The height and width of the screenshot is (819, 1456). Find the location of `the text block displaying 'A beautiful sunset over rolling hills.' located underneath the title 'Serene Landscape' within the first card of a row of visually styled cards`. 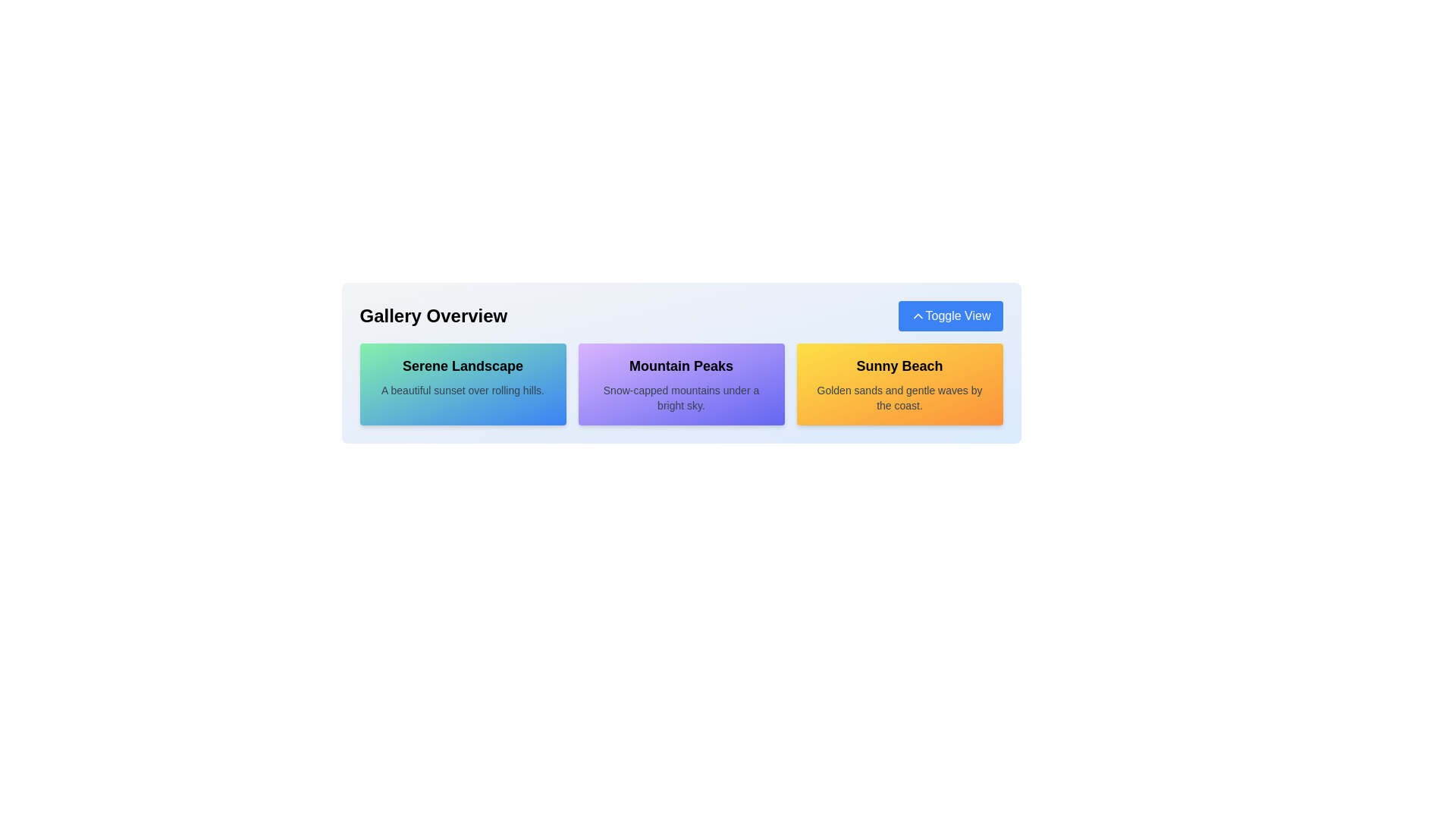

the text block displaying 'A beautiful sunset over rolling hills.' located underneath the title 'Serene Landscape' within the first card of a row of visually styled cards is located at coordinates (462, 390).